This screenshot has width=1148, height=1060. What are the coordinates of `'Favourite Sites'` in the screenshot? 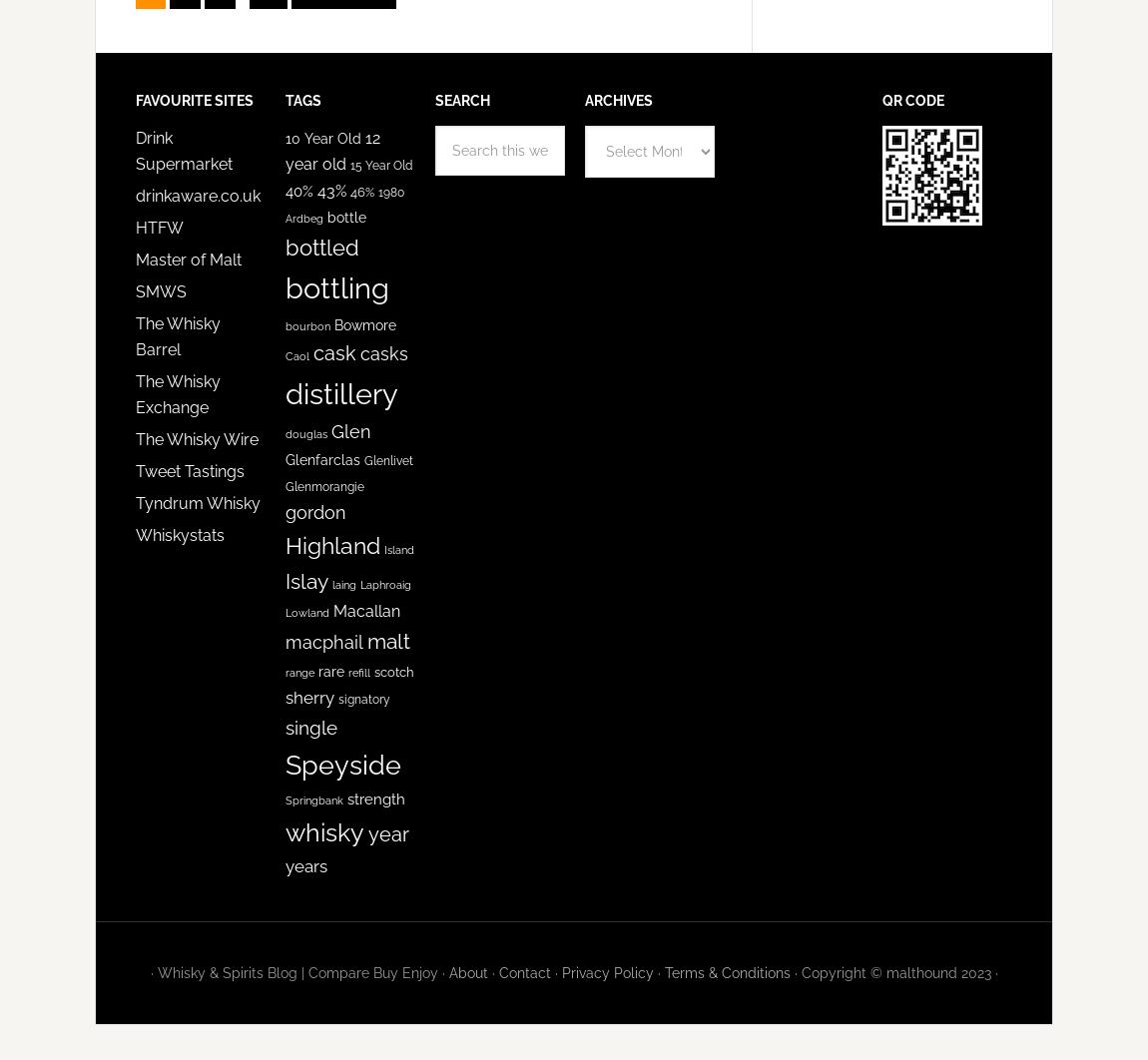 It's located at (135, 100).